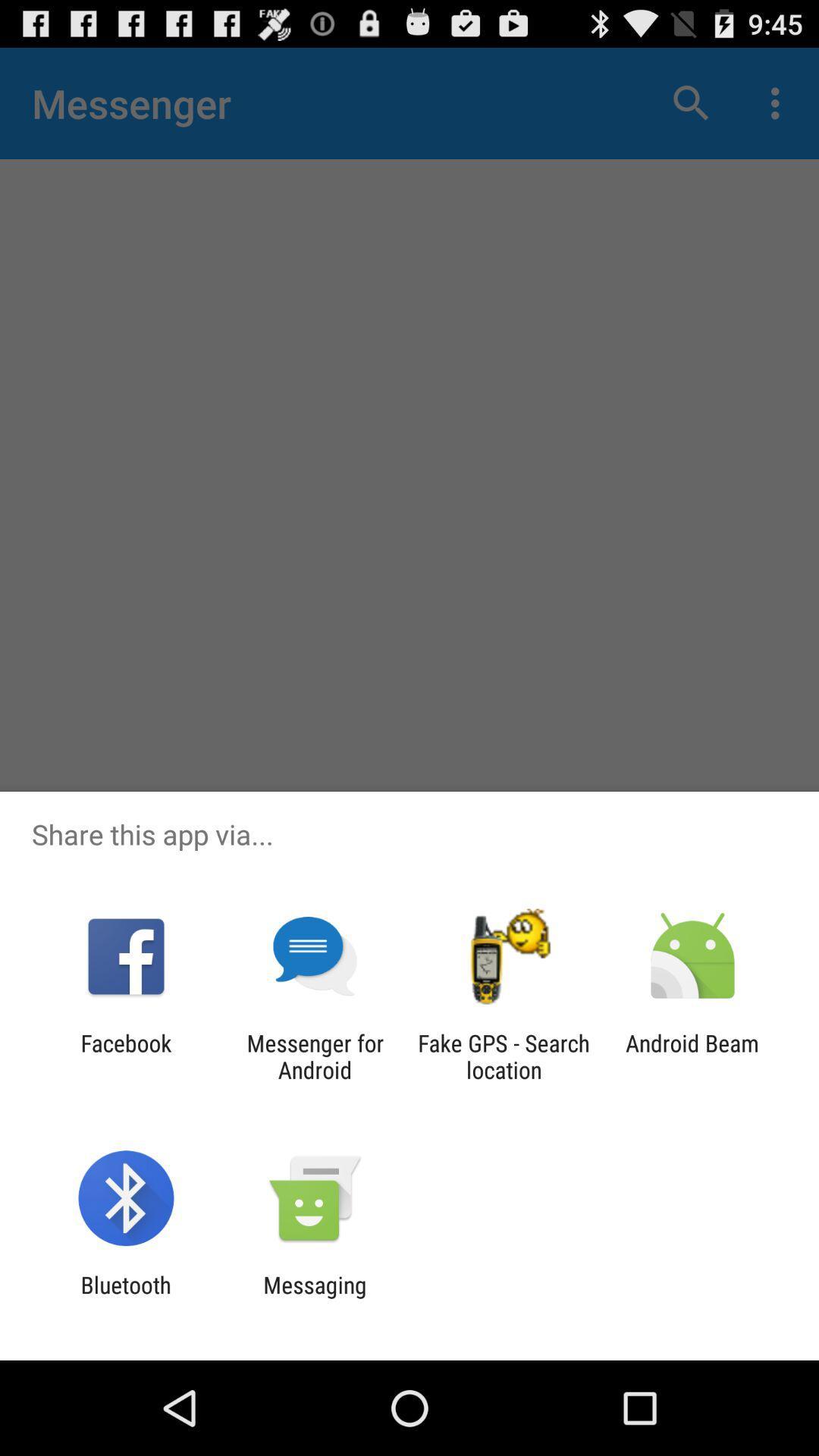 The image size is (819, 1456). Describe the element at coordinates (314, 1056) in the screenshot. I see `item to the left of fake gps search icon` at that location.